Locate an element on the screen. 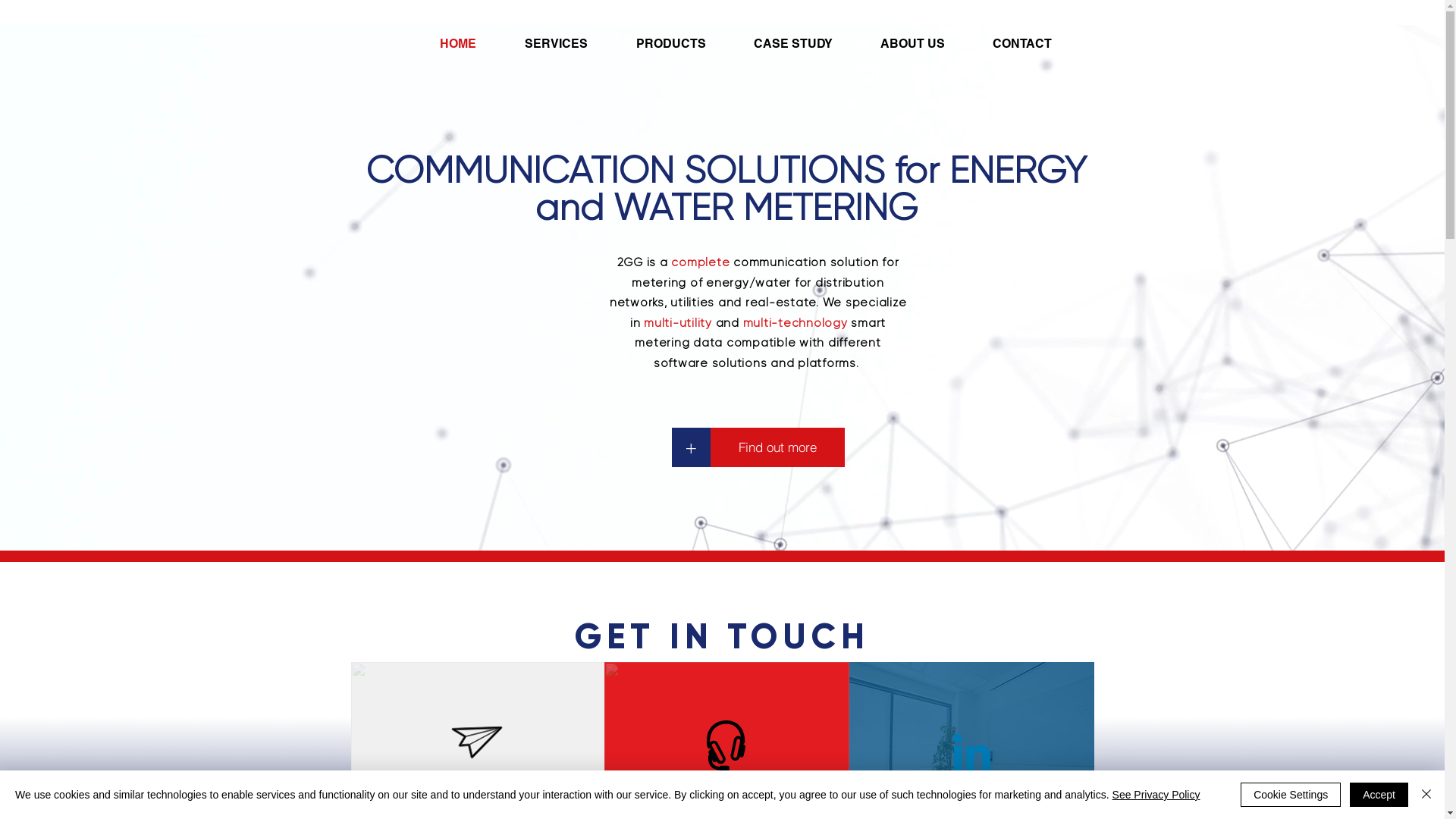 This screenshot has height=819, width=1456. 'CASE STUDY' is located at coordinates (804, 42).